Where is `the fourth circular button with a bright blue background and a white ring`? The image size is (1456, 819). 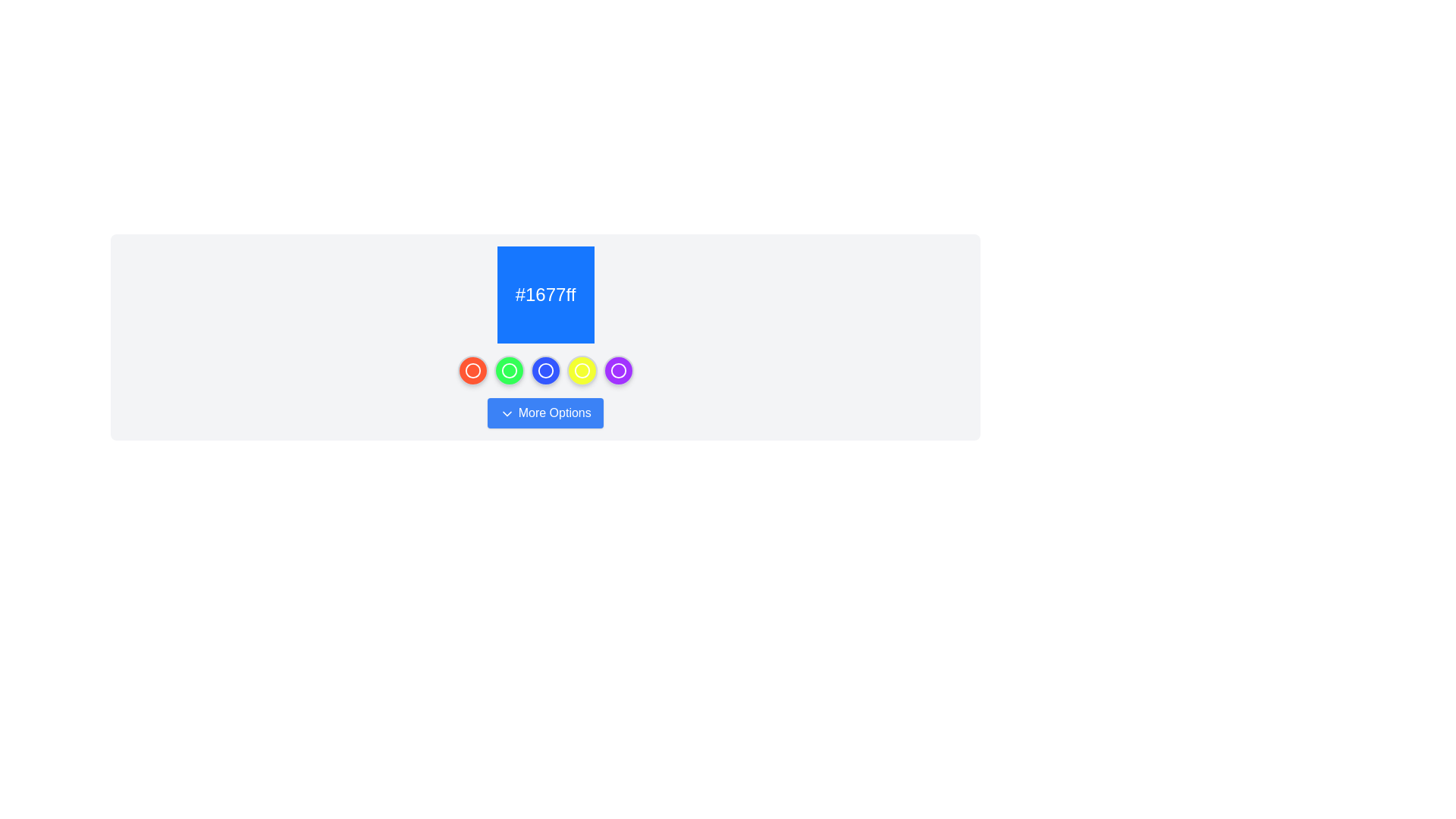
the fourth circular button with a bright blue background and a white ring is located at coordinates (545, 371).